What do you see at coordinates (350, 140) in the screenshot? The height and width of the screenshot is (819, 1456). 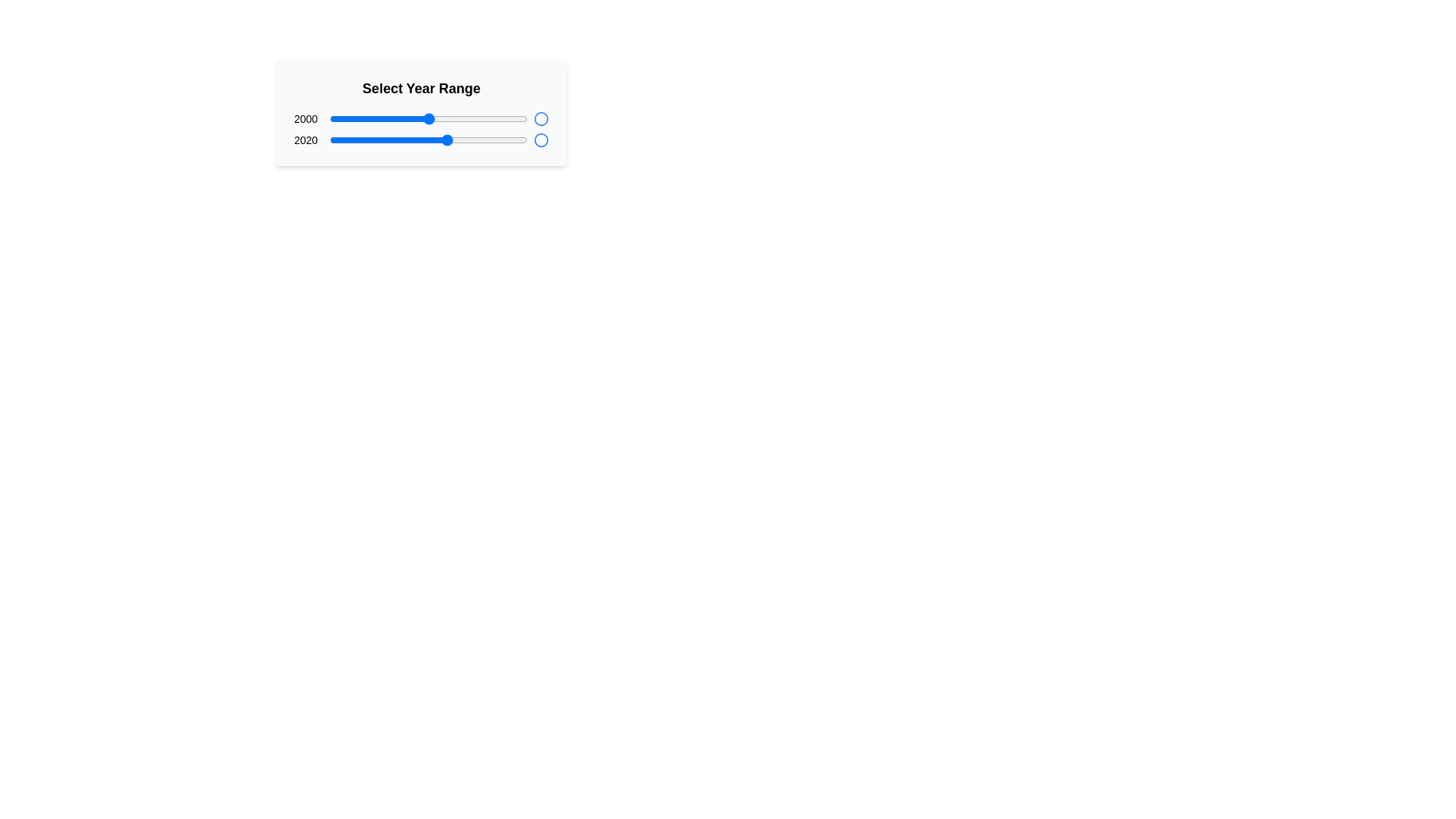 I see `the year value` at bounding box center [350, 140].